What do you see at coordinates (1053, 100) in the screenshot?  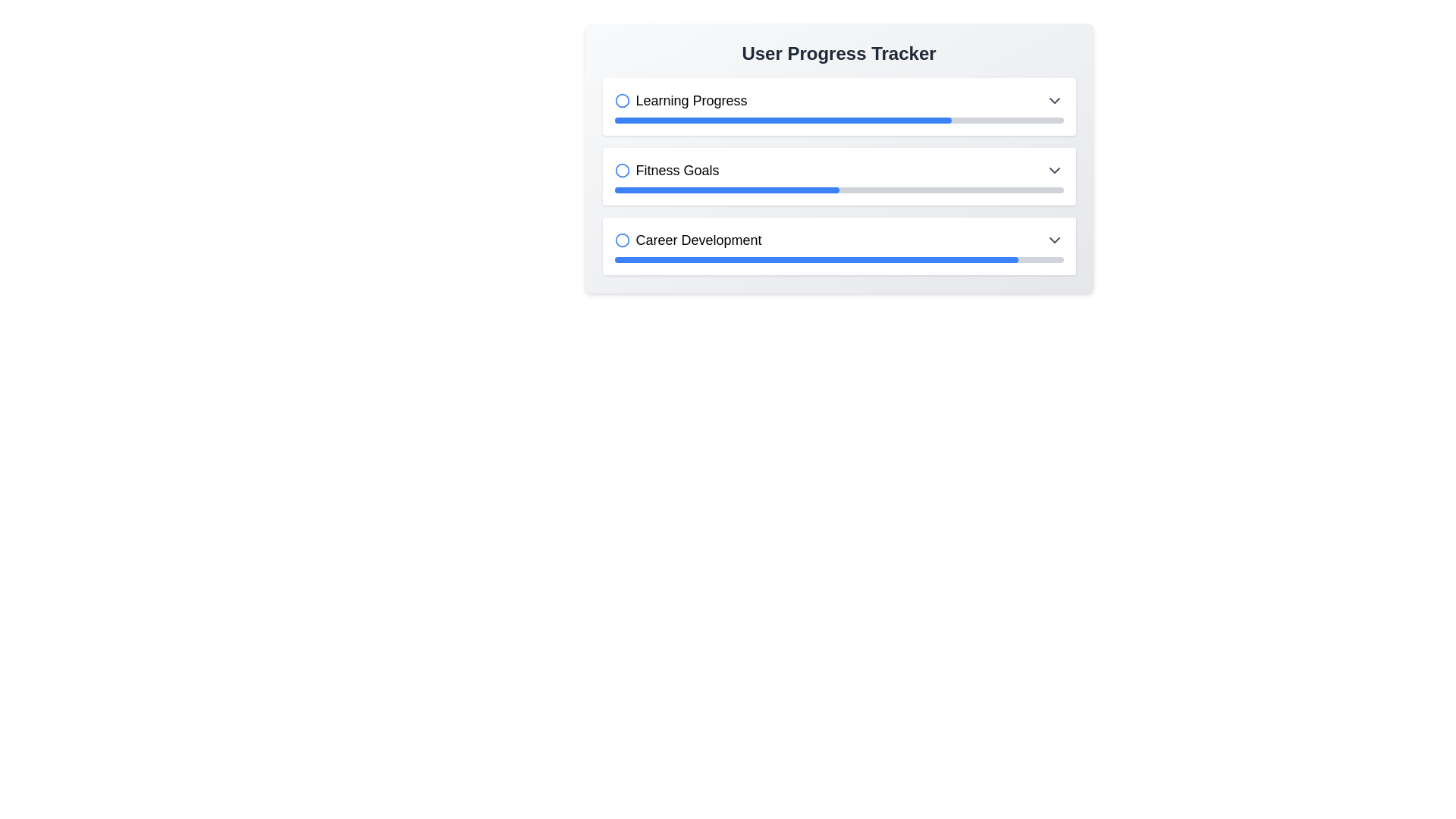 I see `the downward-pointing gray arrow icon of the Dropdown button located at the far-right end of the 'Learning Progress' section to trigger the hover effect` at bounding box center [1053, 100].